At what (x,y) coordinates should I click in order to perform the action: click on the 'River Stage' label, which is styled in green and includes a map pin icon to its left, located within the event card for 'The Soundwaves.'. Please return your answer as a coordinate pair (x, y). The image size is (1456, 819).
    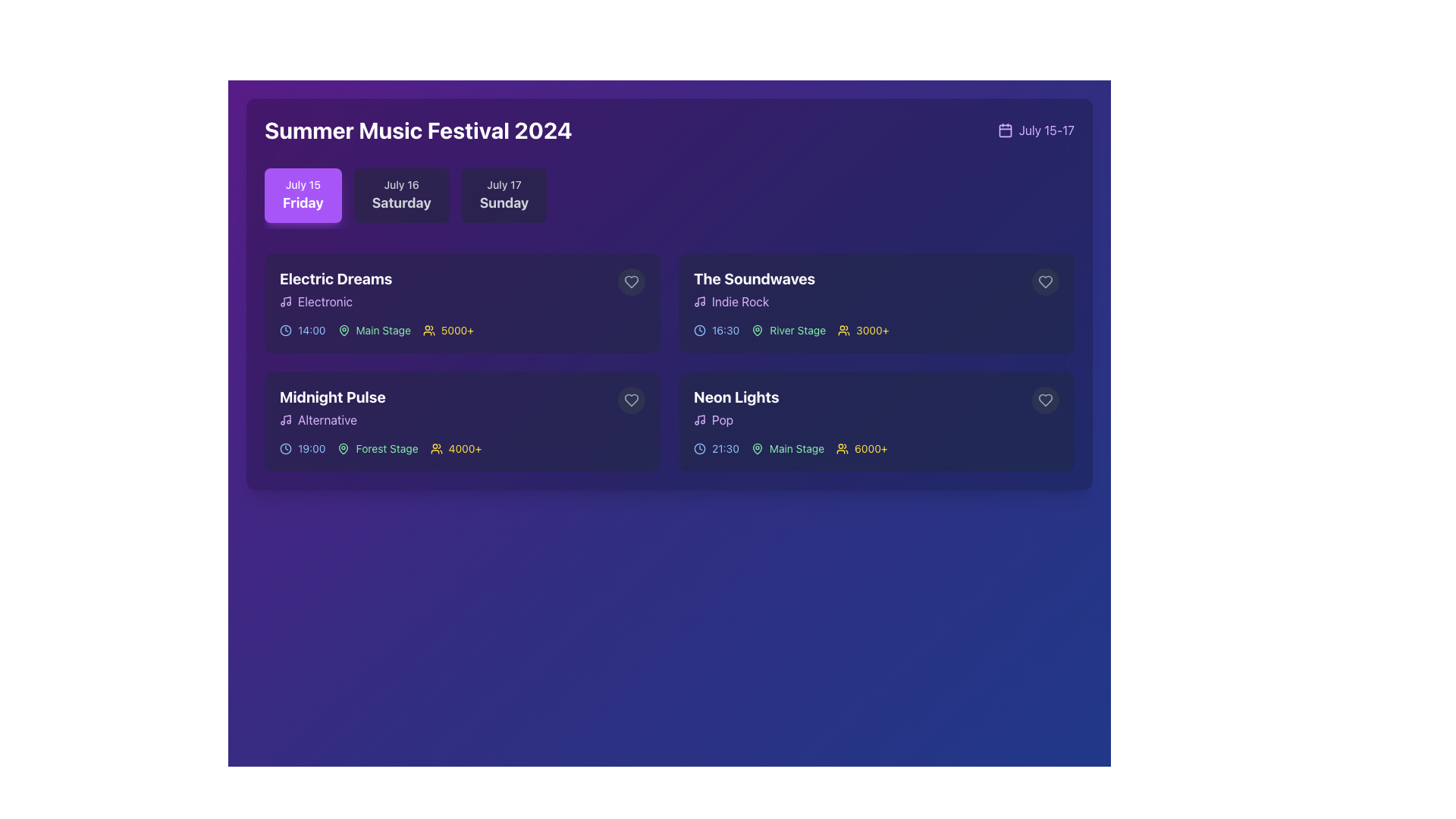
    Looking at the image, I should click on (789, 329).